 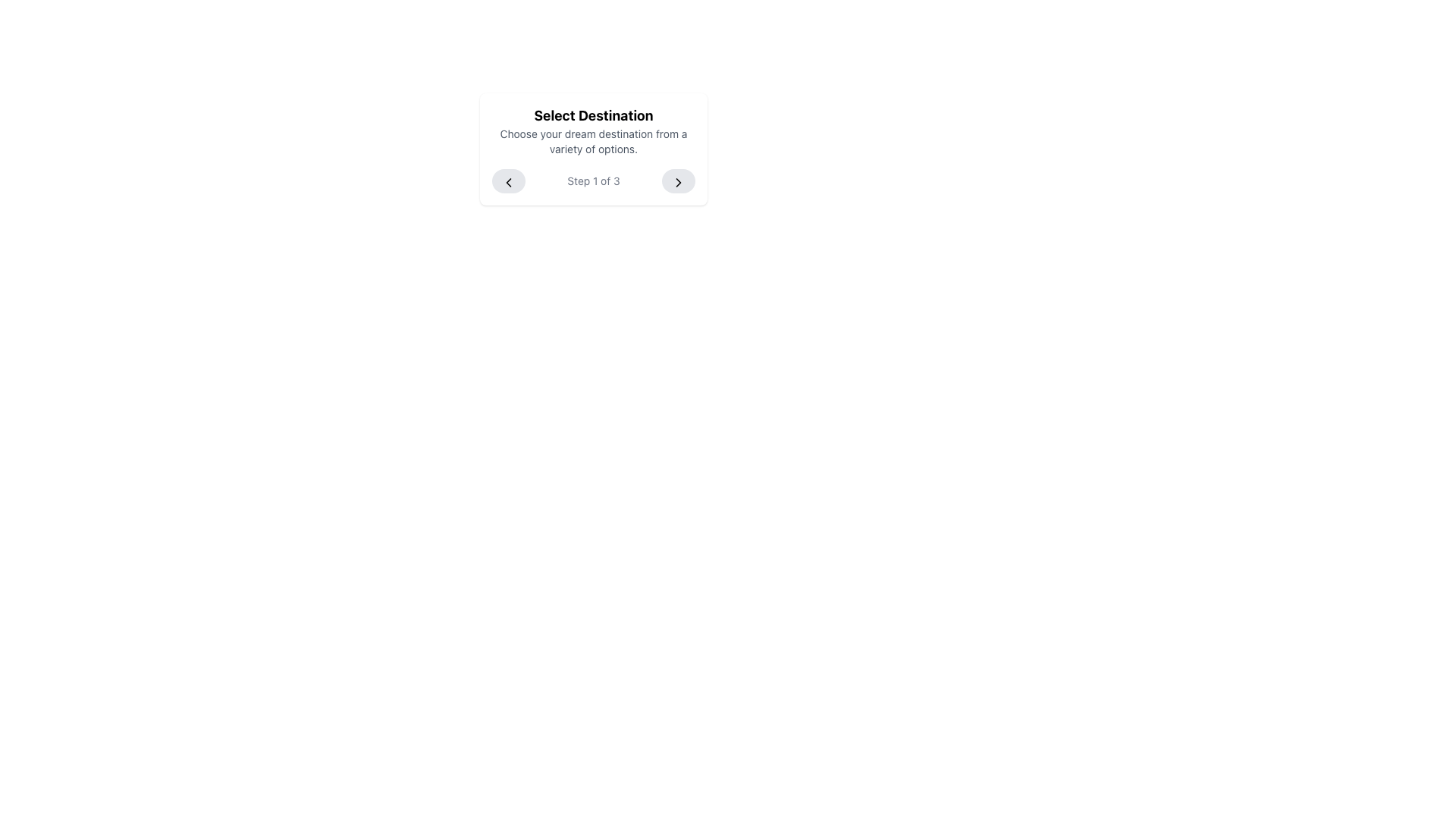 I want to click on the chevron icon within the SVG element on the left side of the 'Select Destination' navigation card, so click(x=509, y=180).